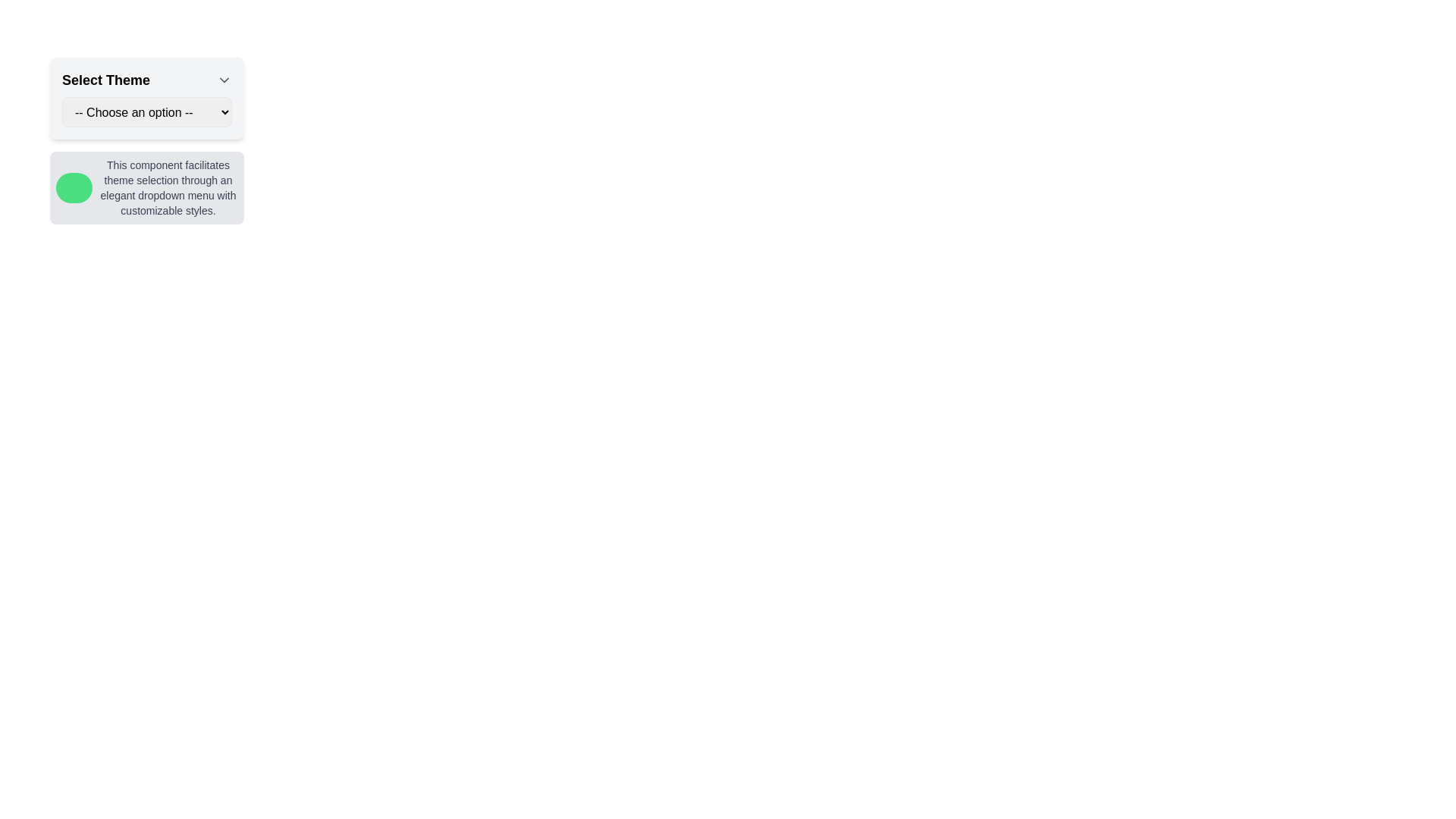  Describe the element at coordinates (224, 80) in the screenshot. I see `the downward-pointing chevron icon next to 'Select Theme' to potentially trigger a tooltip` at that location.